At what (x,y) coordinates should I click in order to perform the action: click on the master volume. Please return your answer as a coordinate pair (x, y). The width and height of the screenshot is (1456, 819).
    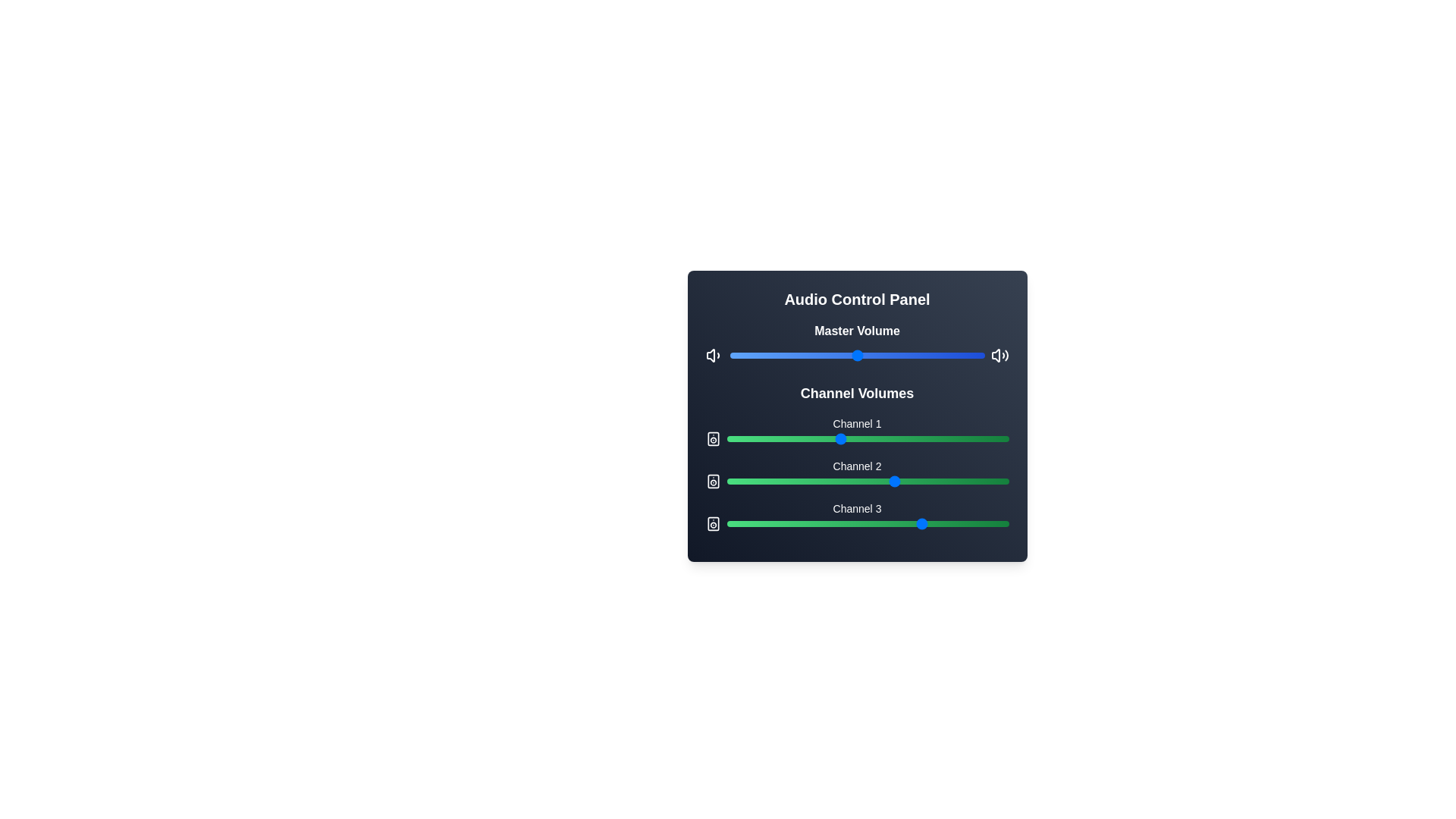
    Looking at the image, I should click on (792, 356).